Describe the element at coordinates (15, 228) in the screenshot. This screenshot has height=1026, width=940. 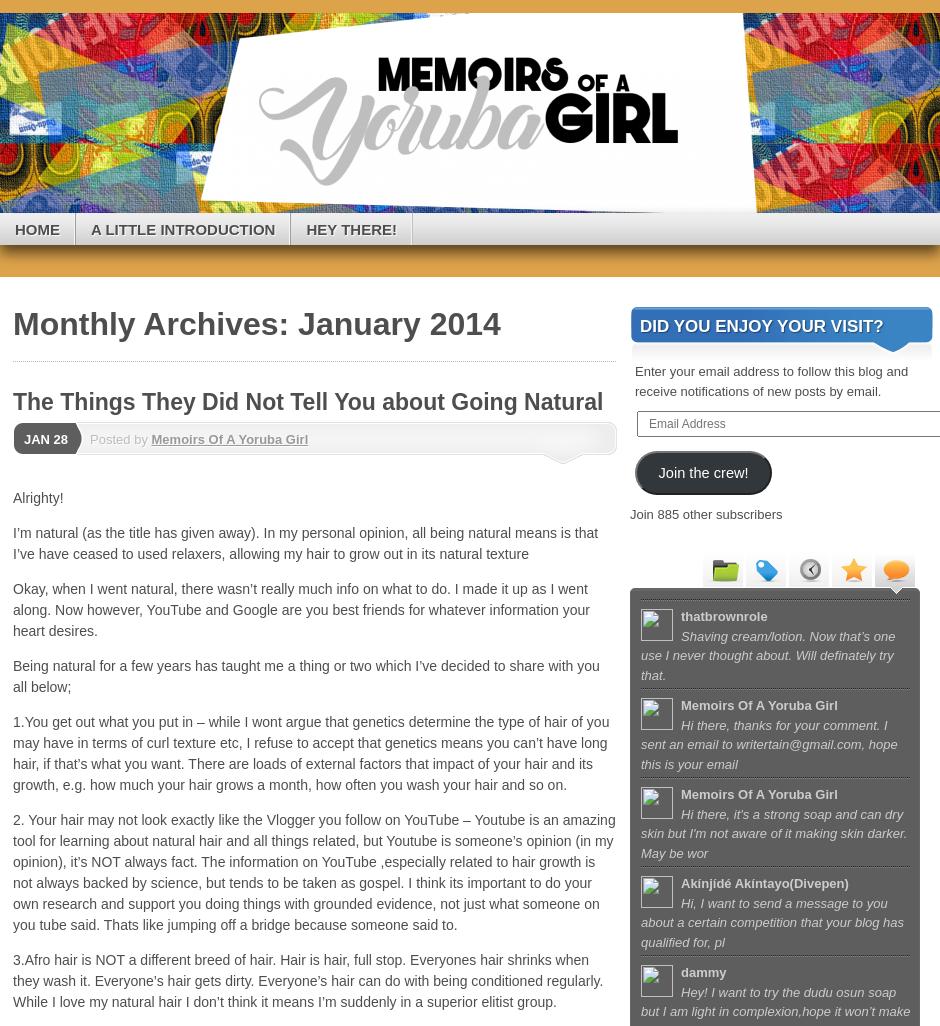
I see `'Home'` at that location.